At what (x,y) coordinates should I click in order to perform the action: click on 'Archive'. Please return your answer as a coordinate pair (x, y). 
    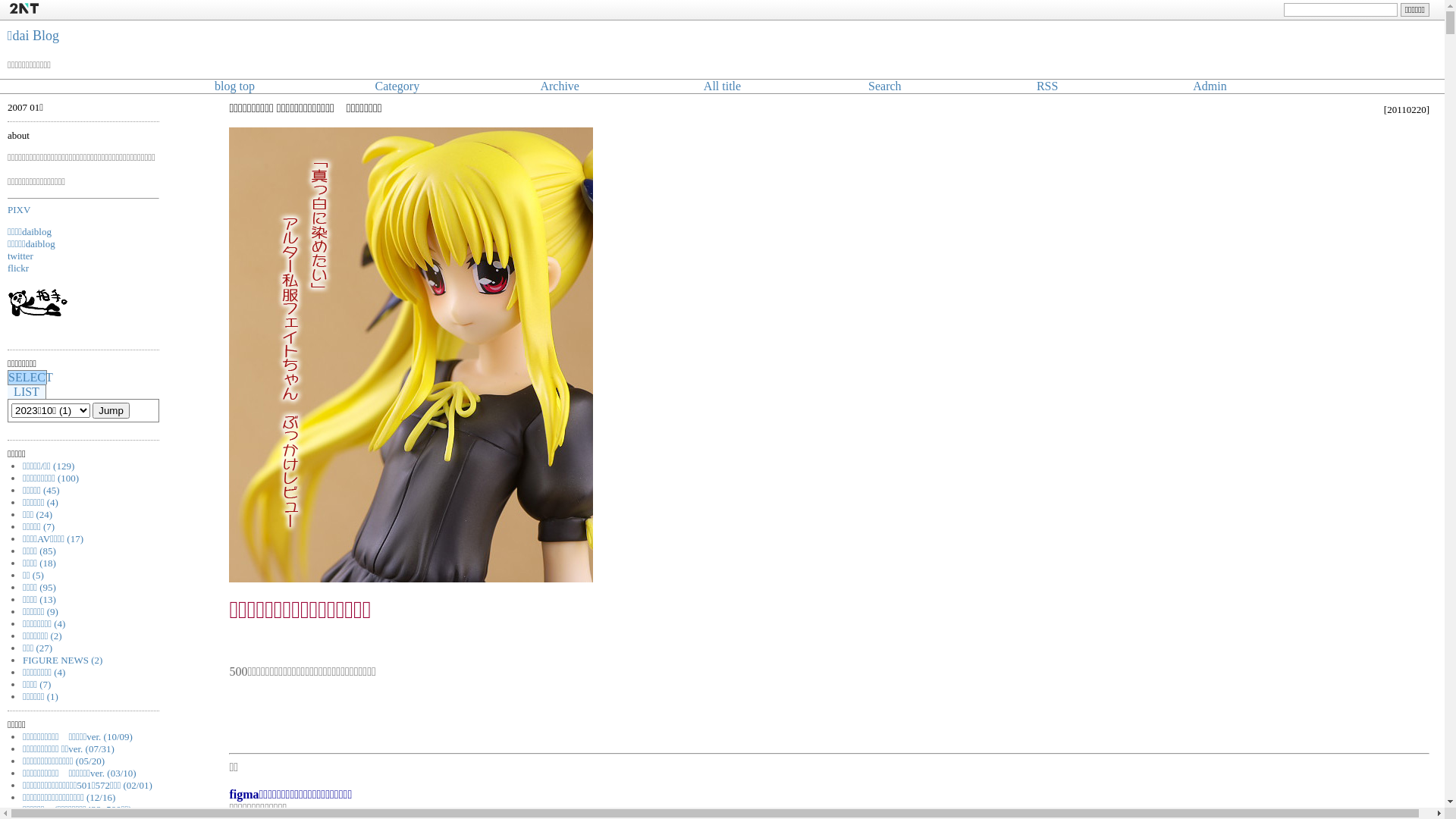
    Looking at the image, I should click on (539, 86).